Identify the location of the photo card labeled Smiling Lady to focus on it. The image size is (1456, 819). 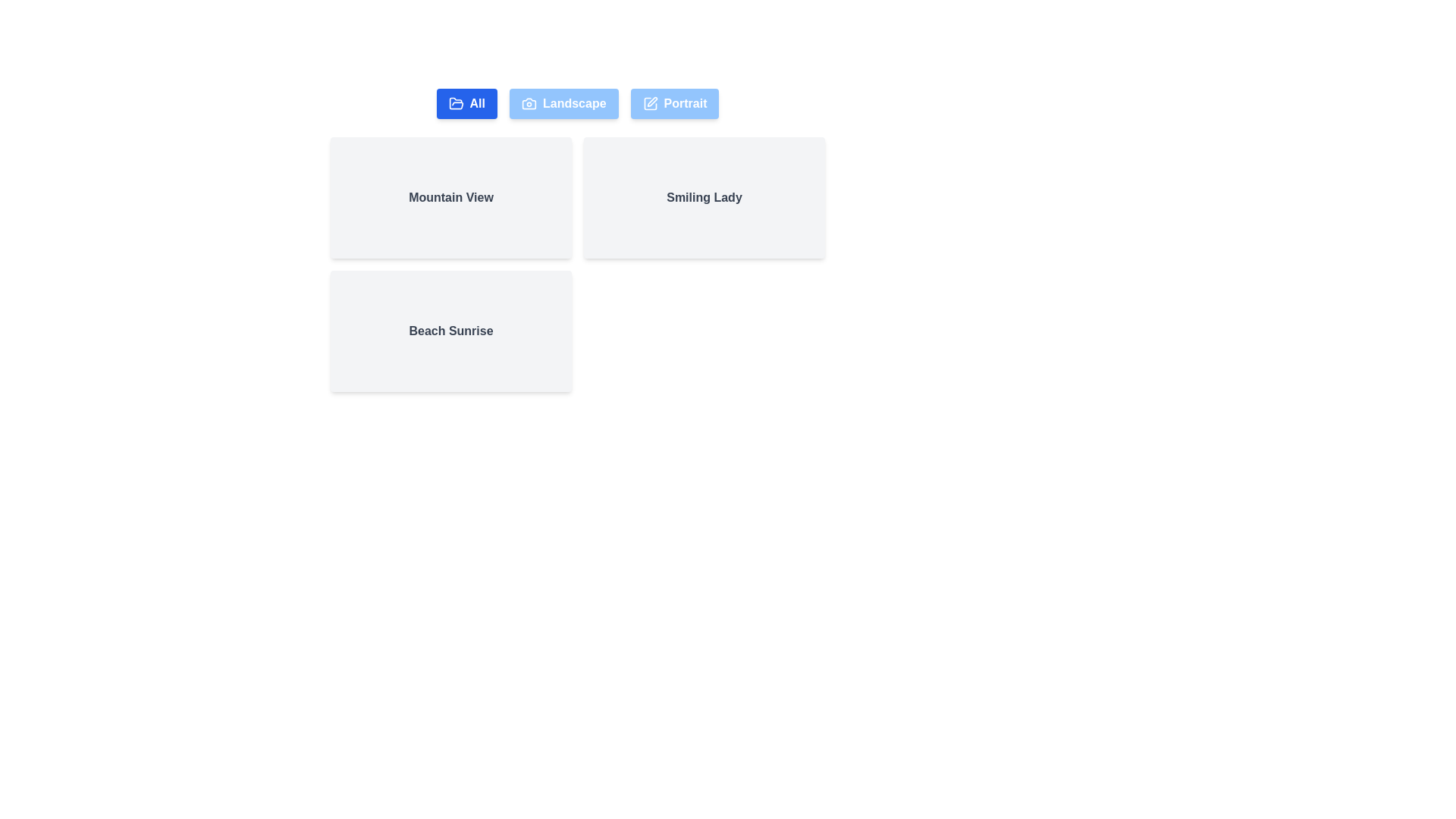
(704, 197).